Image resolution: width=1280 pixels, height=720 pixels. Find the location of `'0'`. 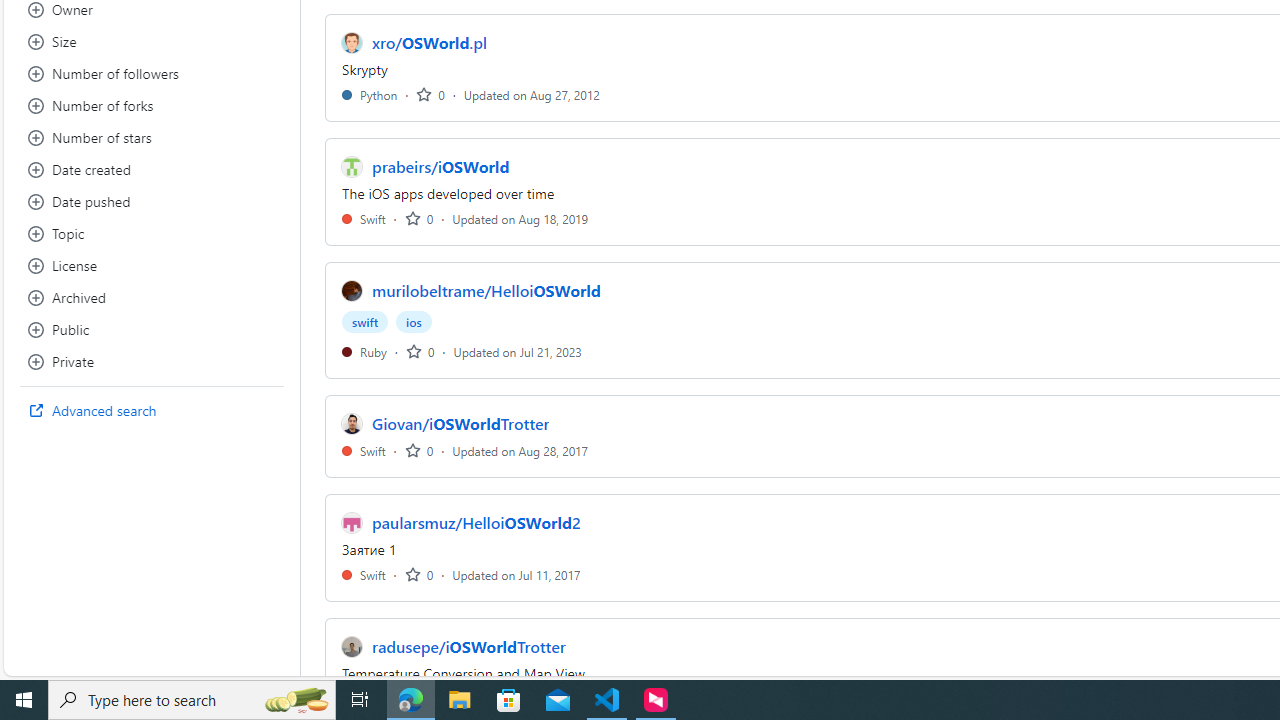

'0' is located at coordinates (418, 574).